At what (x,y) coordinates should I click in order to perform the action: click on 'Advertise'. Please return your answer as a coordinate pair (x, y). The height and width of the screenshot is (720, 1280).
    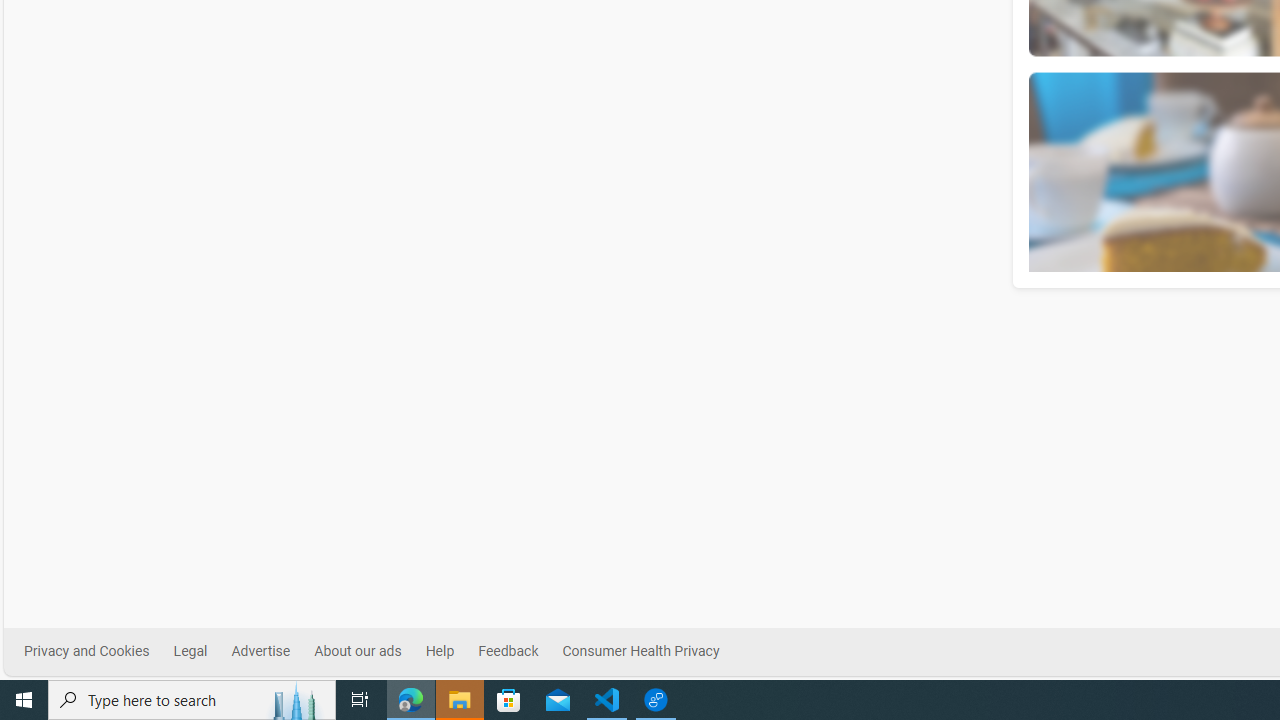
    Looking at the image, I should click on (259, 651).